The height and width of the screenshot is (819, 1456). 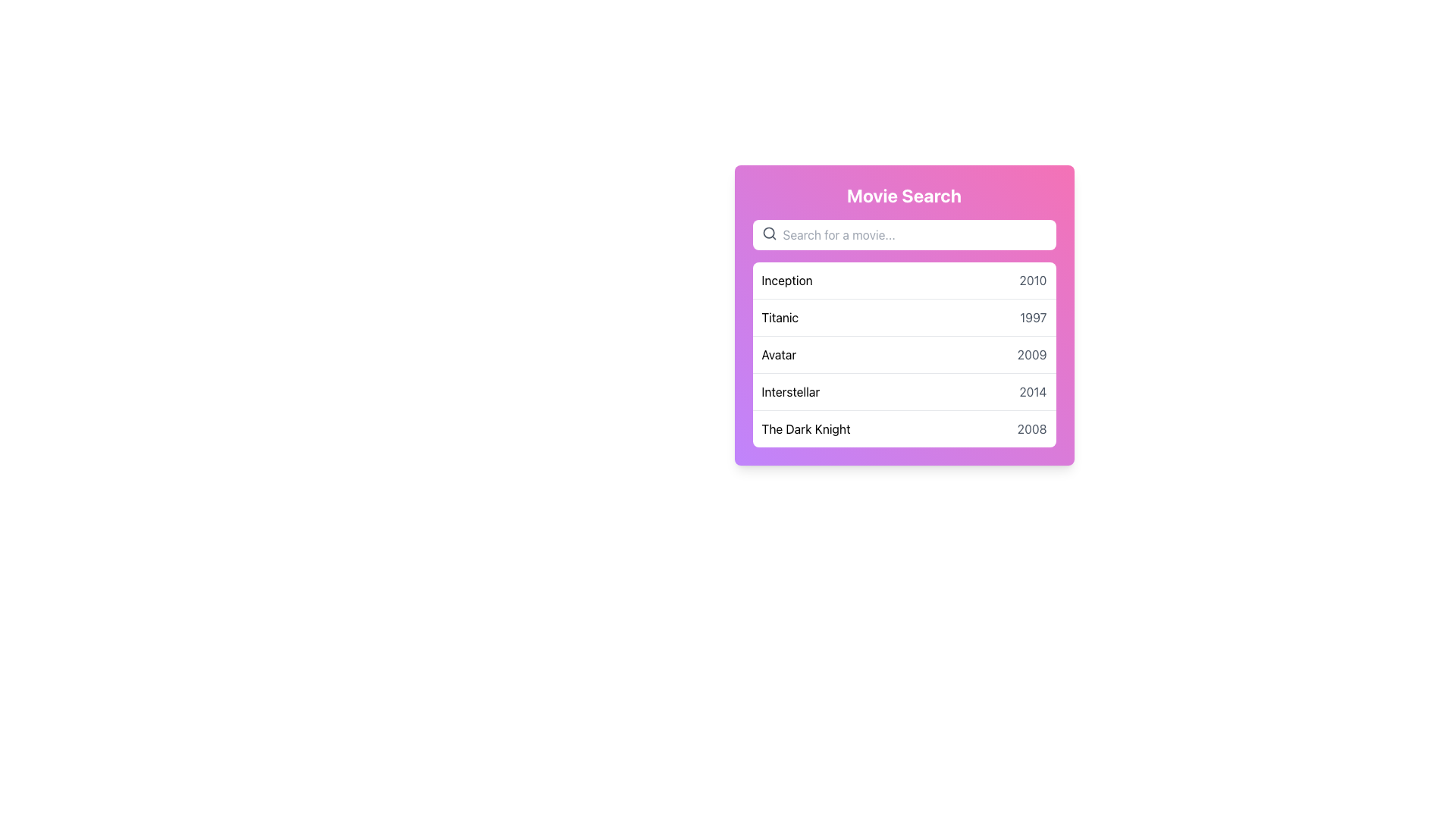 What do you see at coordinates (904, 315) in the screenshot?
I see `the second movie entry labeled 'Titanic' from the 'Movie Search' list` at bounding box center [904, 315].